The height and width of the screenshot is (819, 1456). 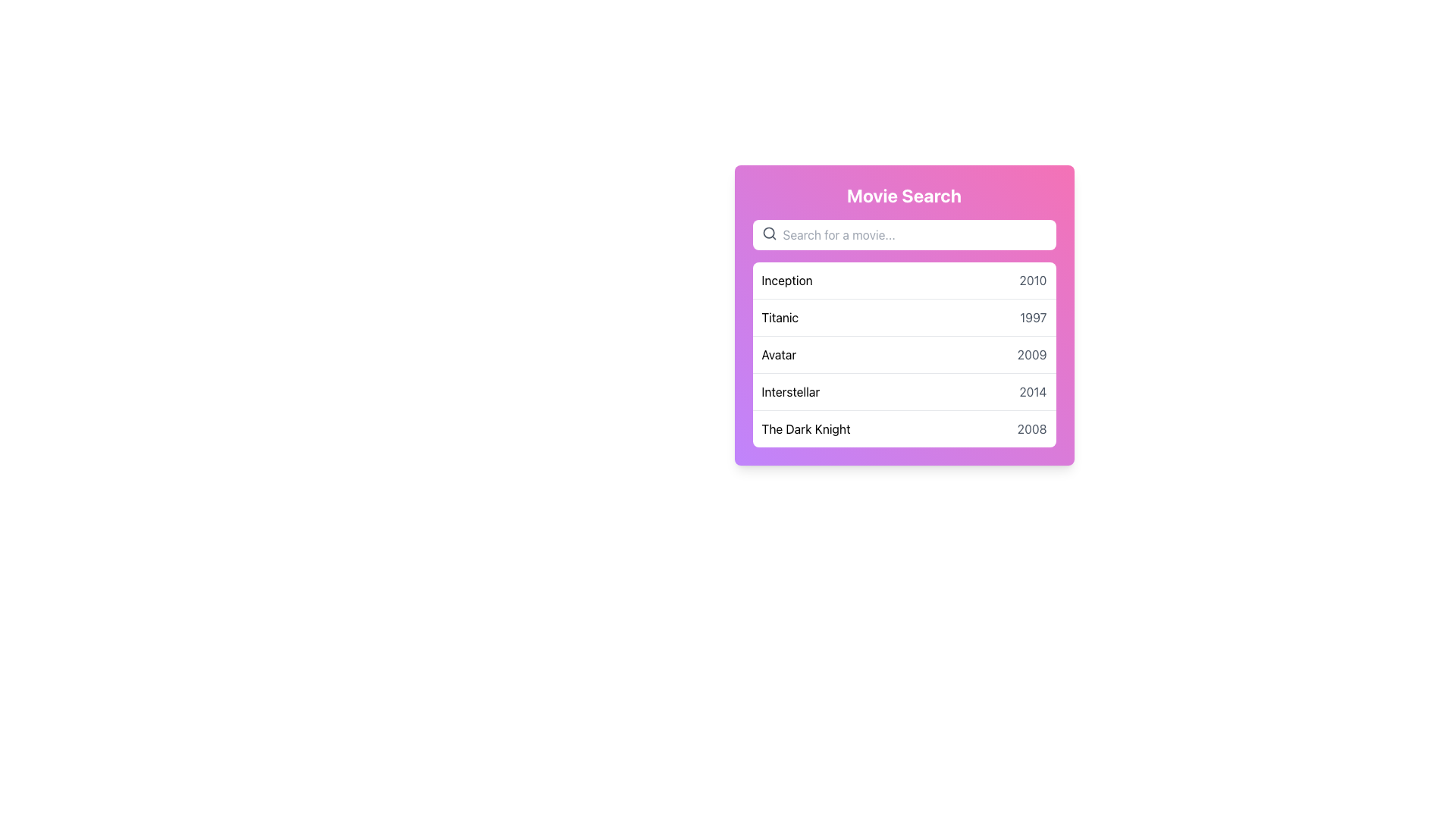 What do you see at coordinates (904, 315) in the screenshot?
I see `the second movie entry labeled 'Titanic' from the 'Movie Search' list` at bounding box center [904, 315].